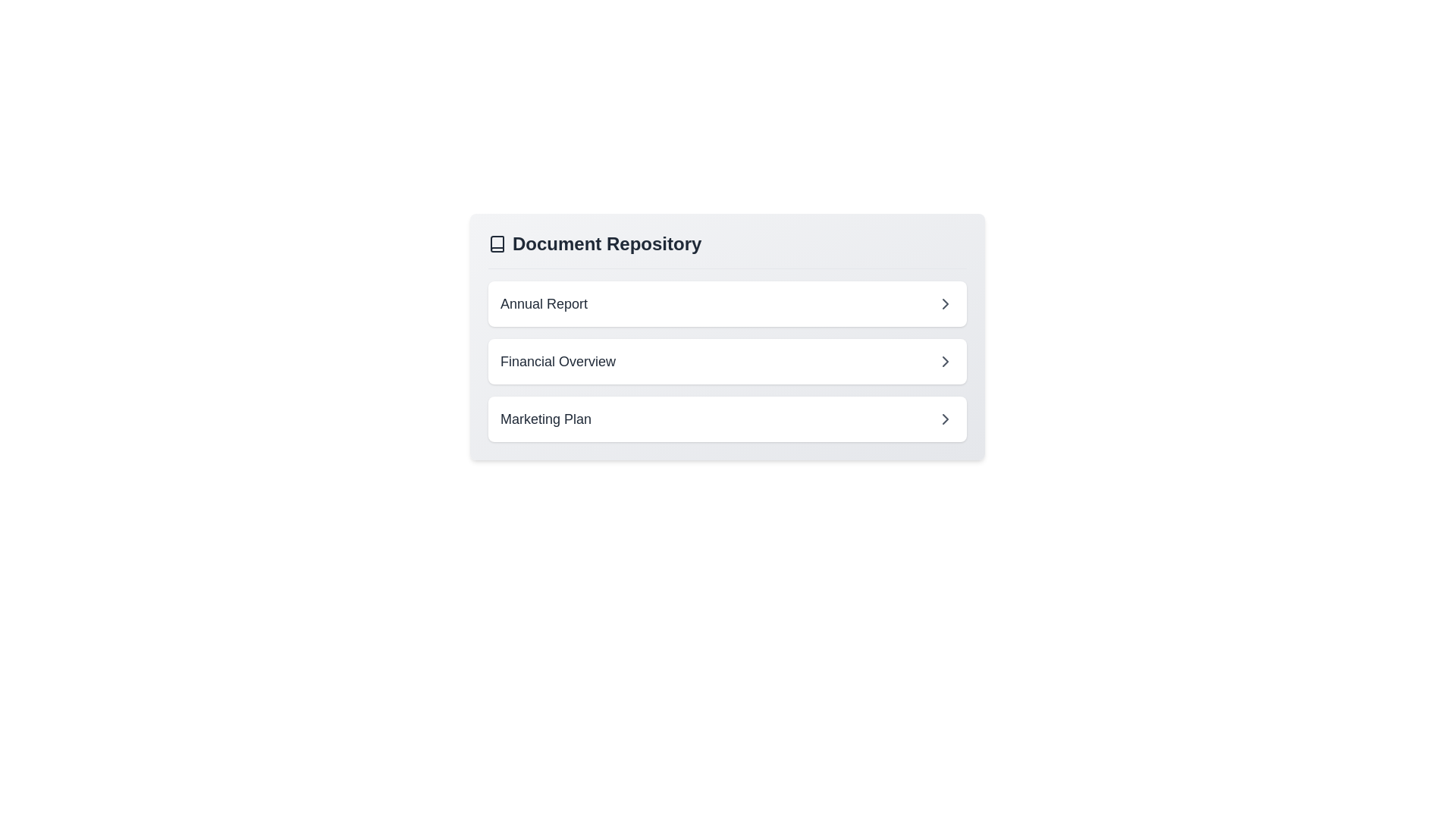  I want to click on the 'Financial Overview' label, which is the second element in the vertically arranged list within the 'Document Repository' section, situated between 'Annual Report' and 'Marketing Plan', so click(557, 362).